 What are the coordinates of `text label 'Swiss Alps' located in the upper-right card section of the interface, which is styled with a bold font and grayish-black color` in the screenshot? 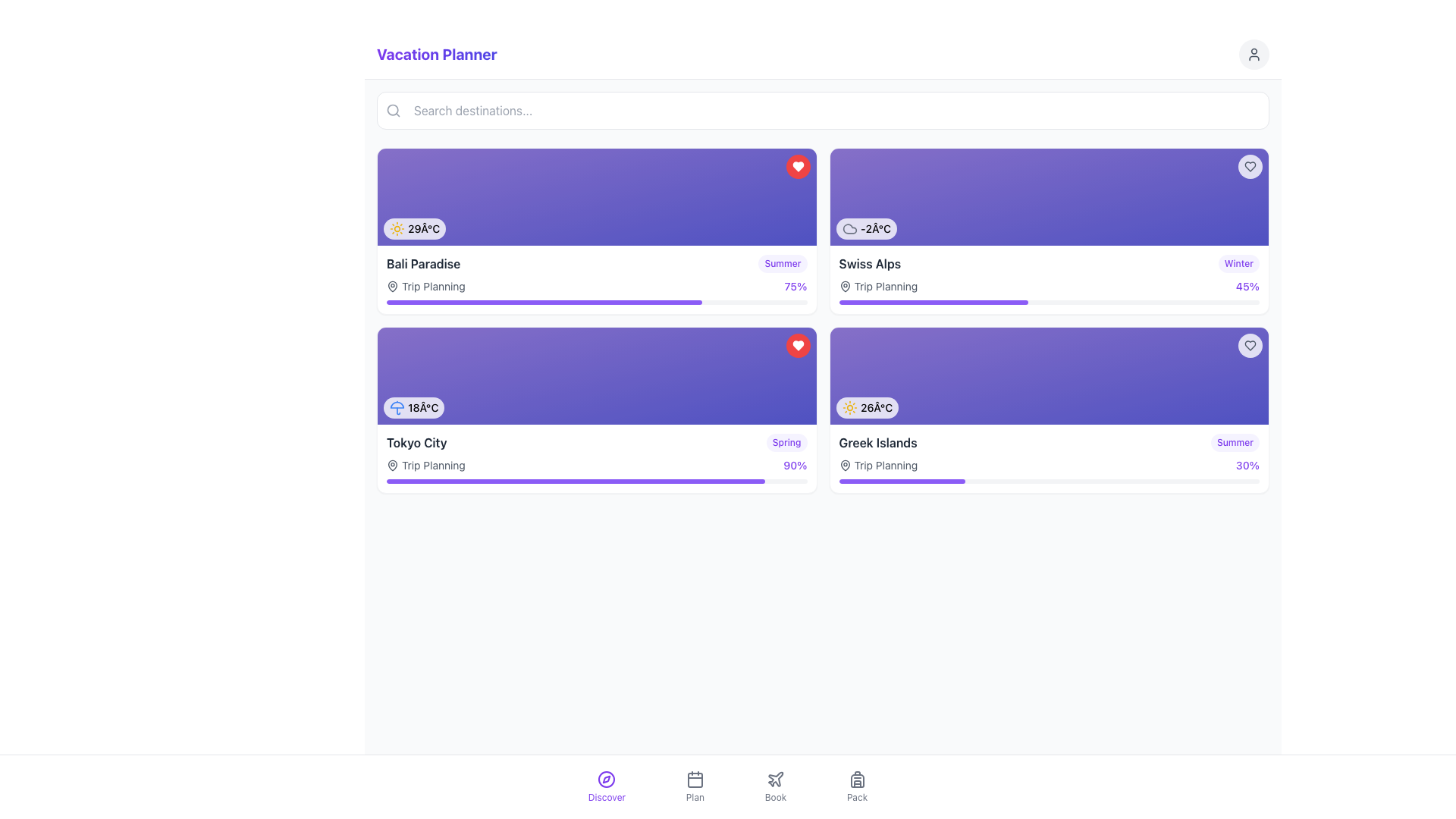 It's located at (870, 262).